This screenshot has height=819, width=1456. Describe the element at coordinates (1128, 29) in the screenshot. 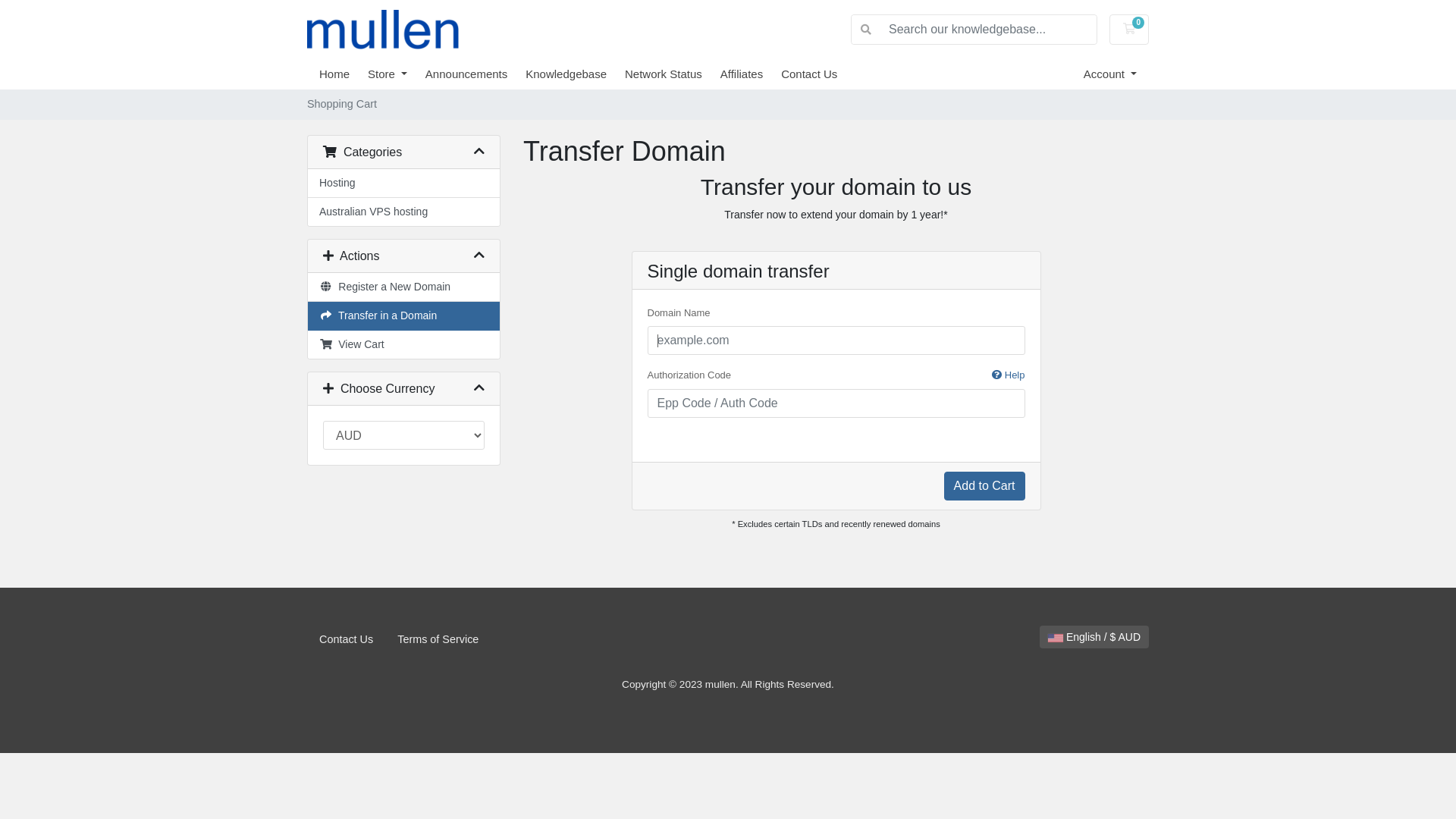

I see `'0` at that location.